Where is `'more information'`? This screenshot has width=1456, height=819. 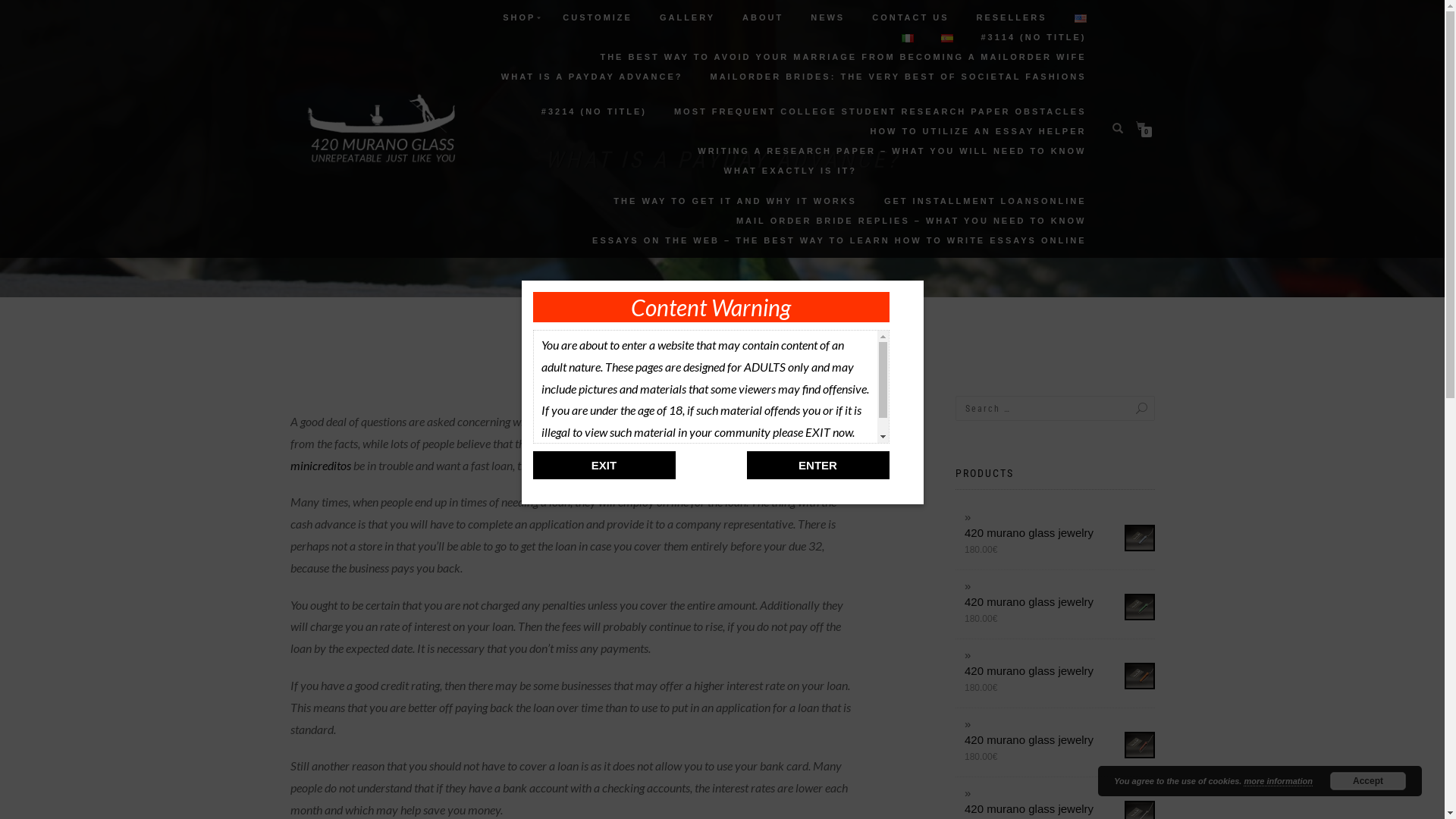
'more information' is located at coordinates (1276, 781).